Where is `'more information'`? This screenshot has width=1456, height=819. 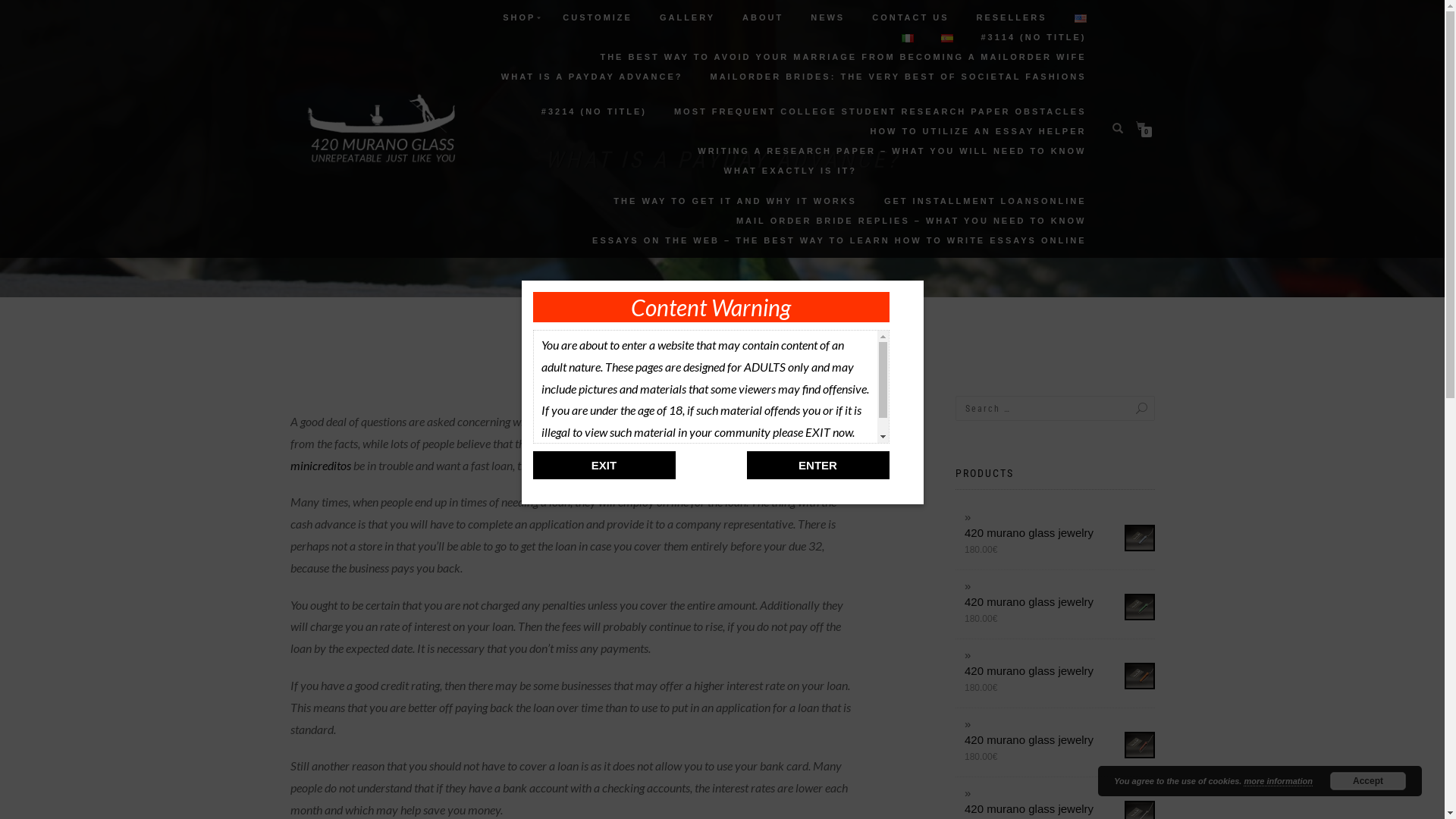
'more information' is located at coordinates (1276, 781).